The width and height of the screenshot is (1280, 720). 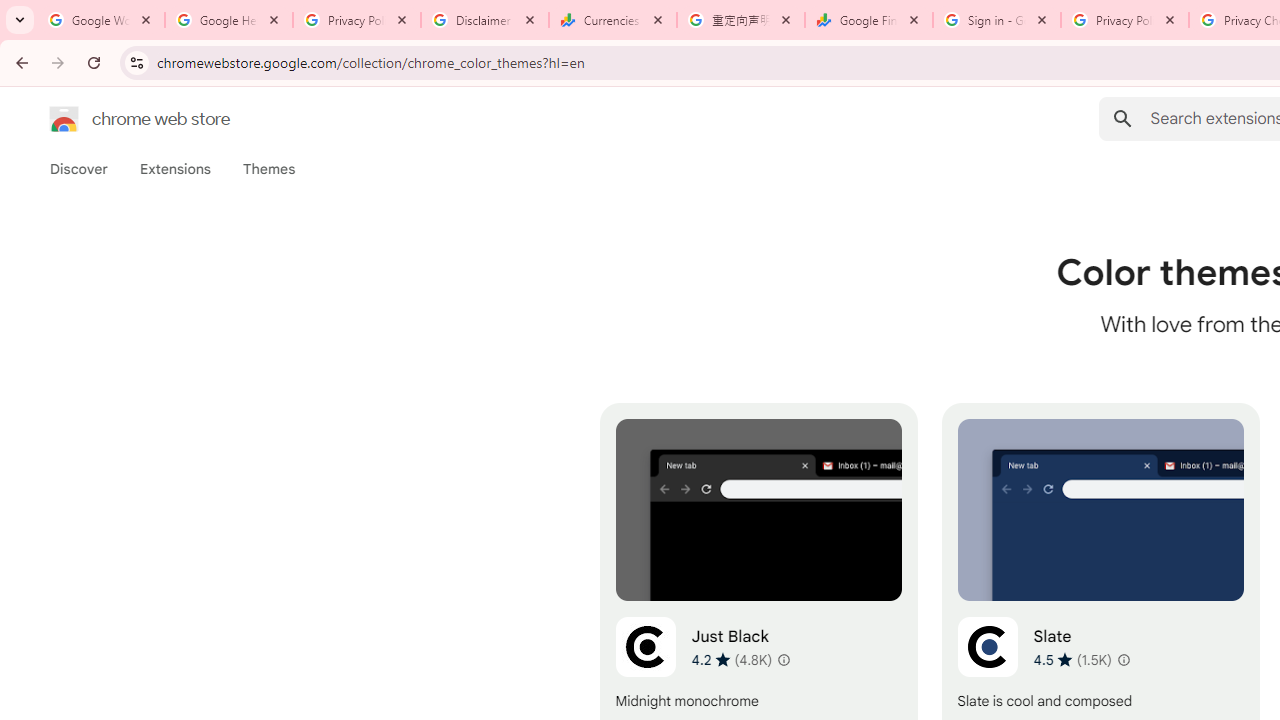 I want to click on 'Extensions', so click(x=174, y=168).